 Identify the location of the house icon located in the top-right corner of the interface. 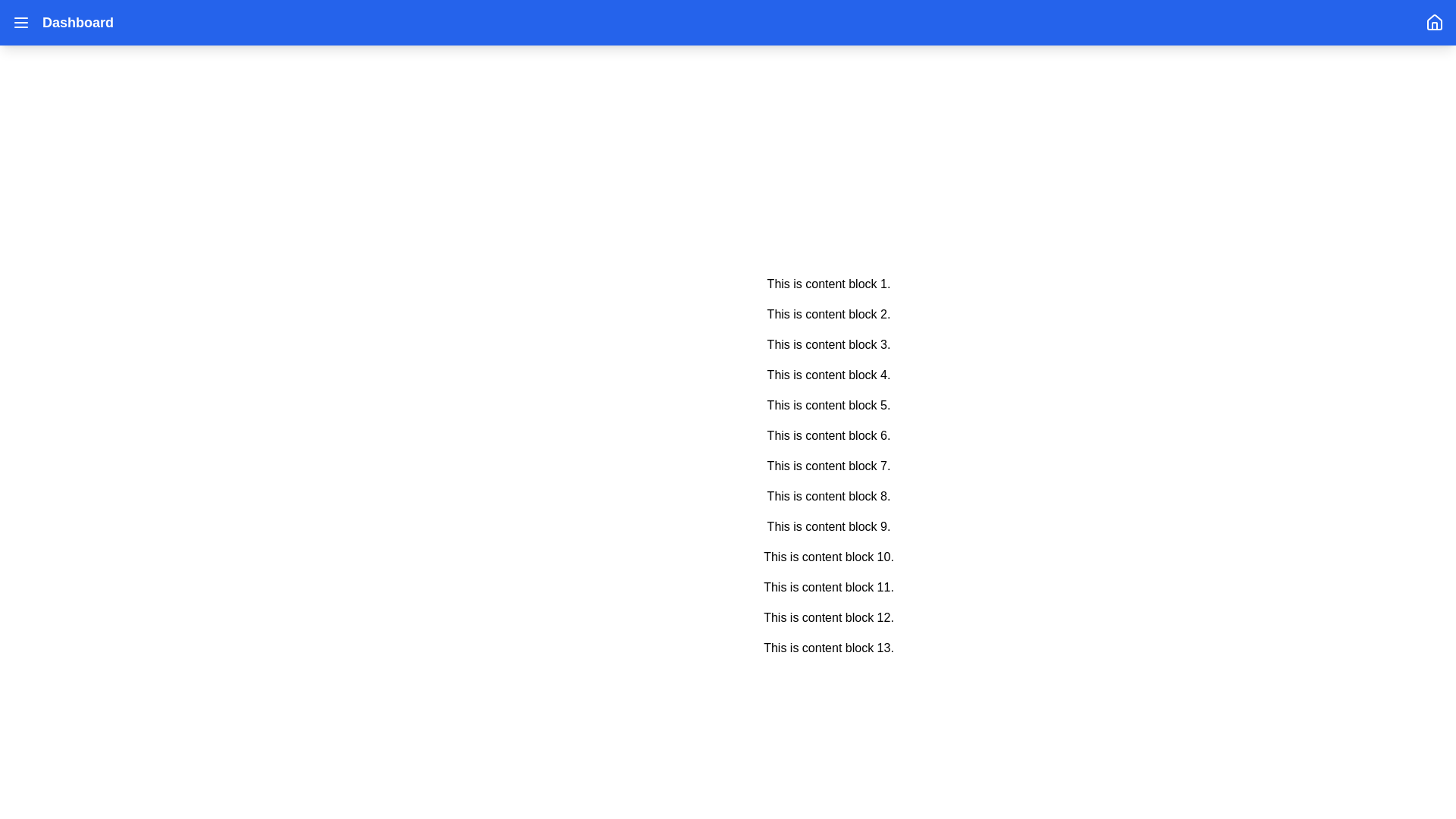
(1433, 23).